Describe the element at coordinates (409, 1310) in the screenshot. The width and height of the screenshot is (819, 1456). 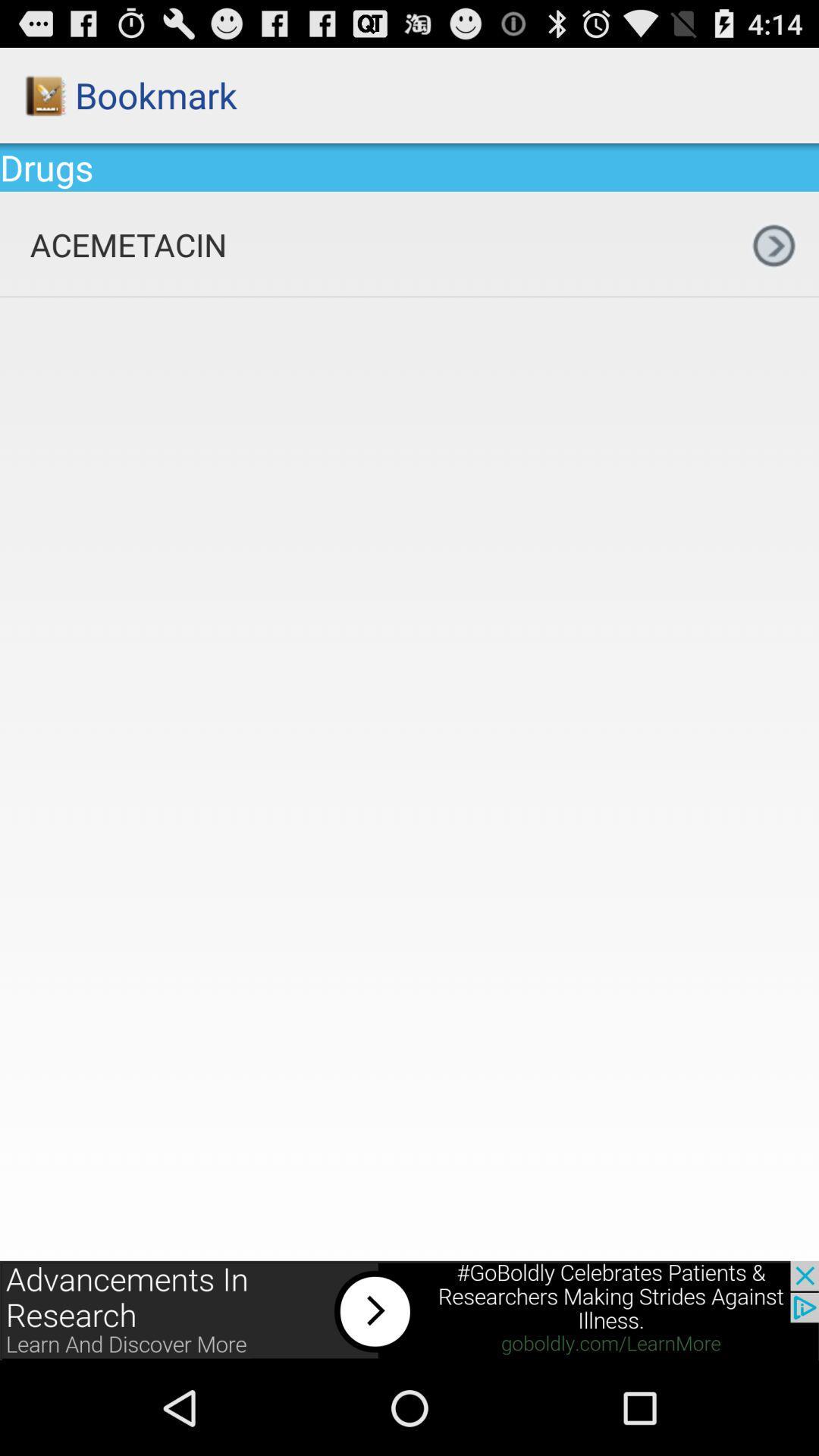
I see `announcement` at that location.